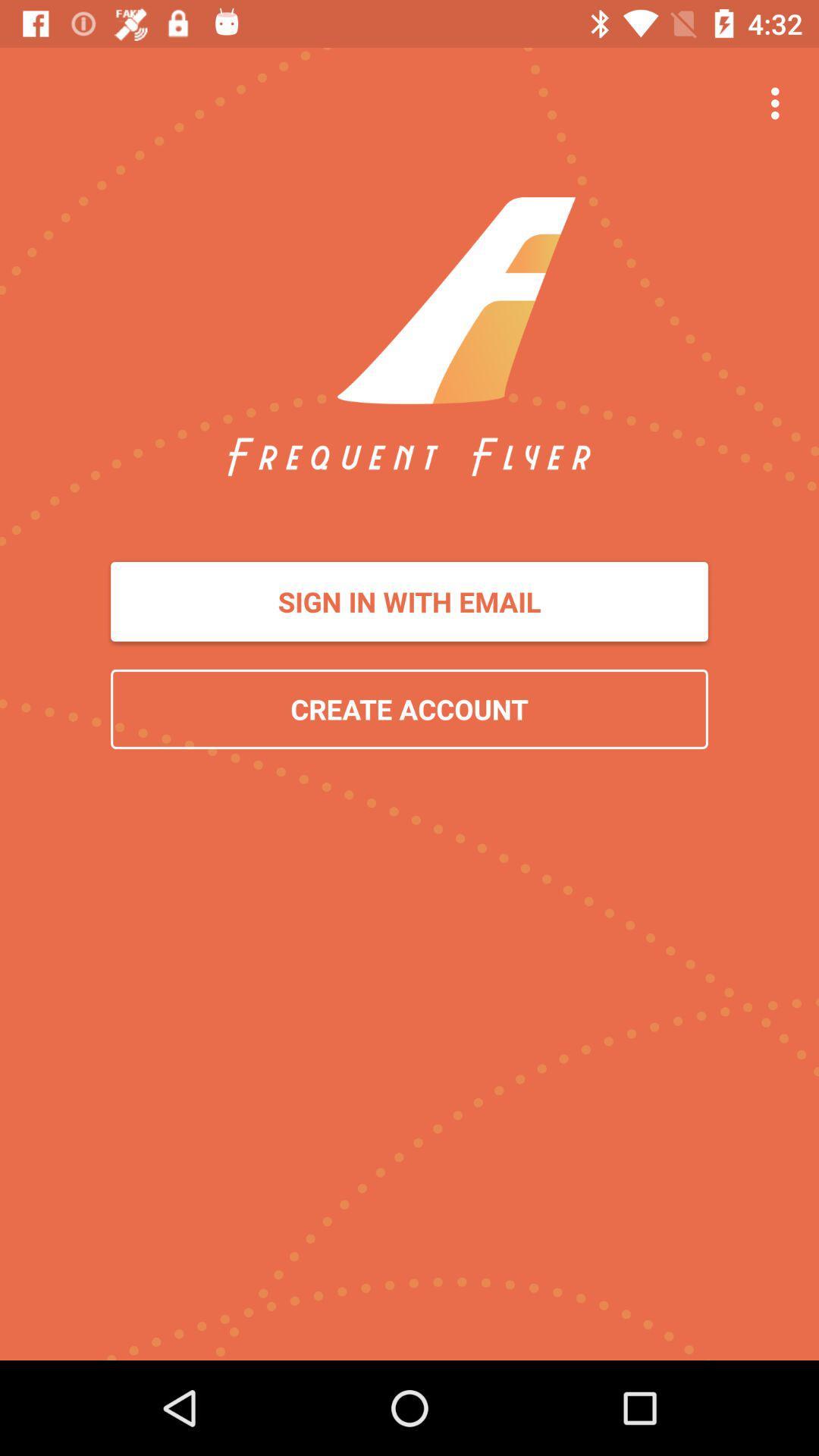 This screenshot has width=819, height=1456. Describe the element at coordinates (409, 601) in the screenshot. I see `the icon above the create account item` at that location.